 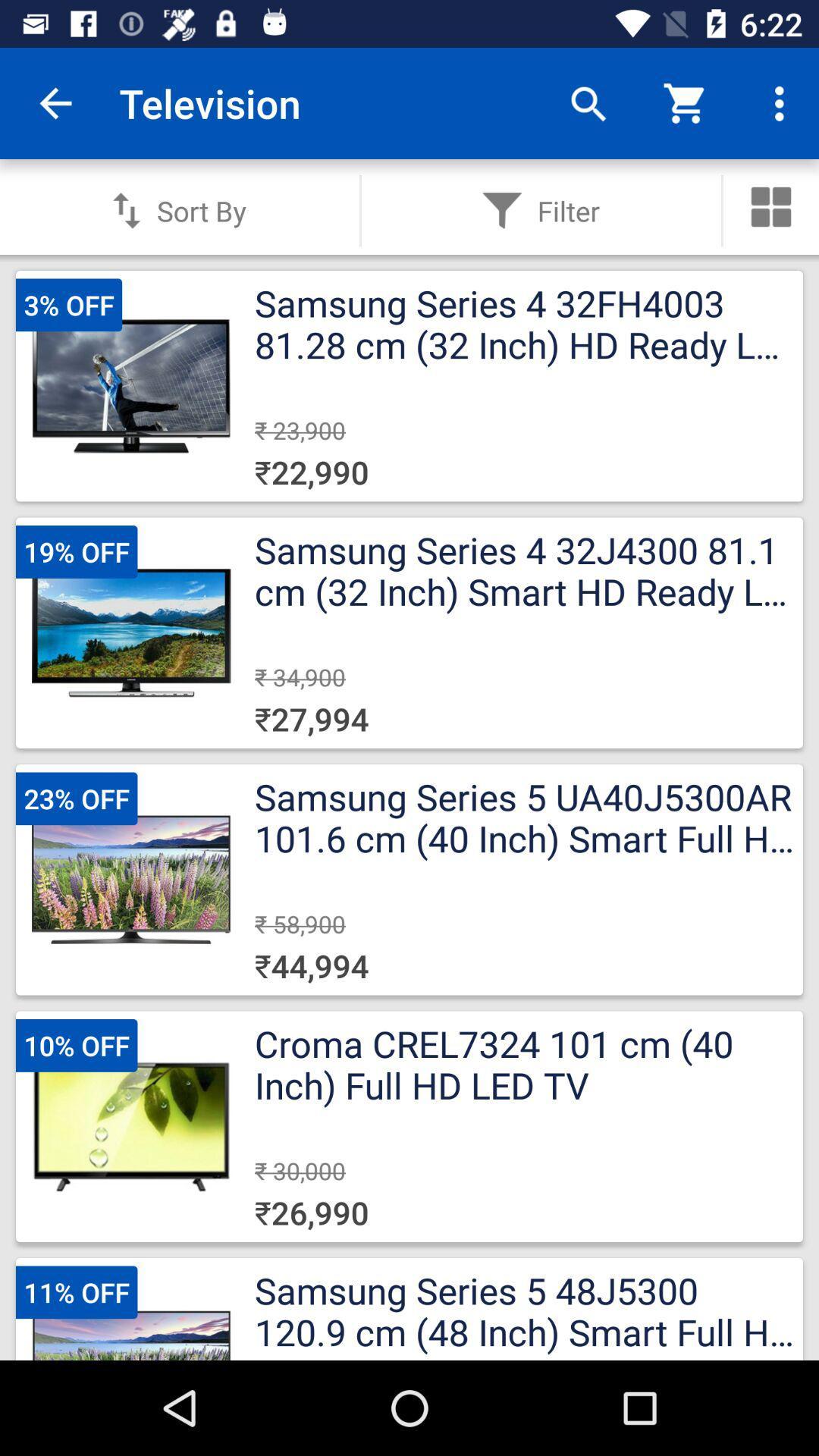 What do you see at coordinates (409, 386) in the screenshot?
I see `the first row` at bounding box center [409, 386].